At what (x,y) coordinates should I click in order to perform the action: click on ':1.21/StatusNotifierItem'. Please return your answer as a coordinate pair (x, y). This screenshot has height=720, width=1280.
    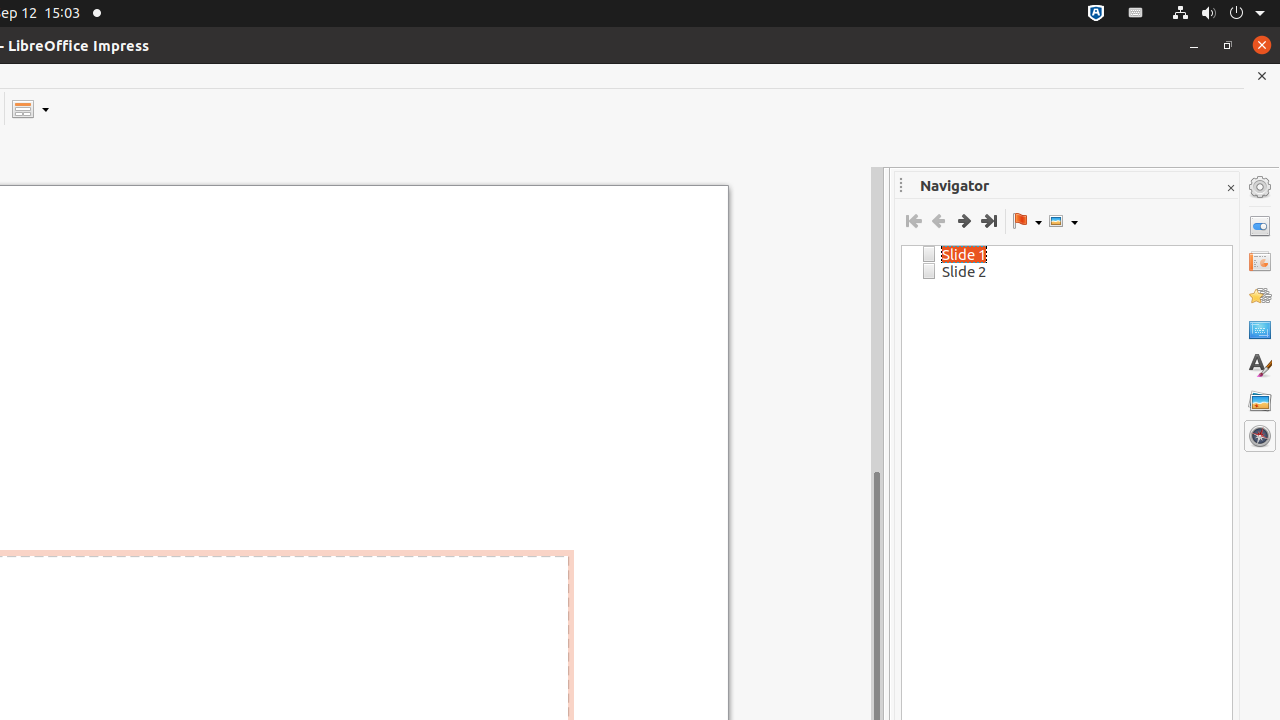
    Looking at the image, I should click on (1136, 13).